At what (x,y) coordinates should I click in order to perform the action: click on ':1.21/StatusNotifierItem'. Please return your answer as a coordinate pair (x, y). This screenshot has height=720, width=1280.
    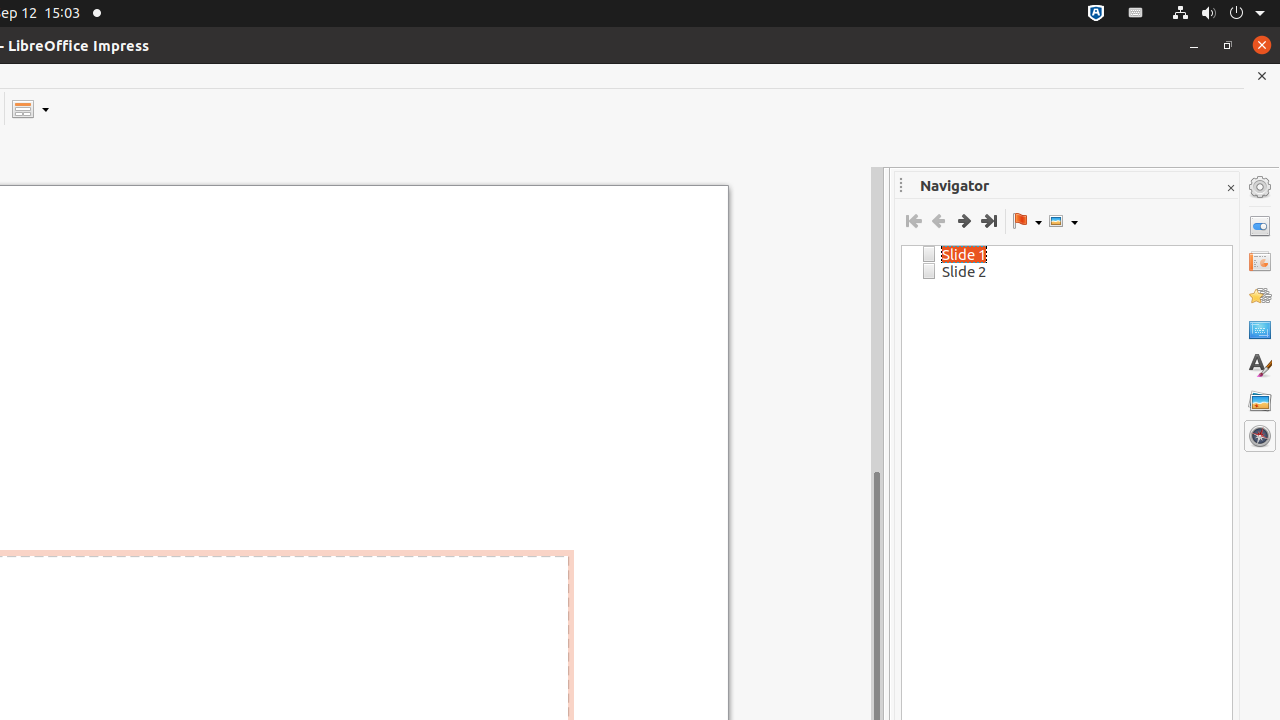
    Looking at the image, I should click on (1136, 13).